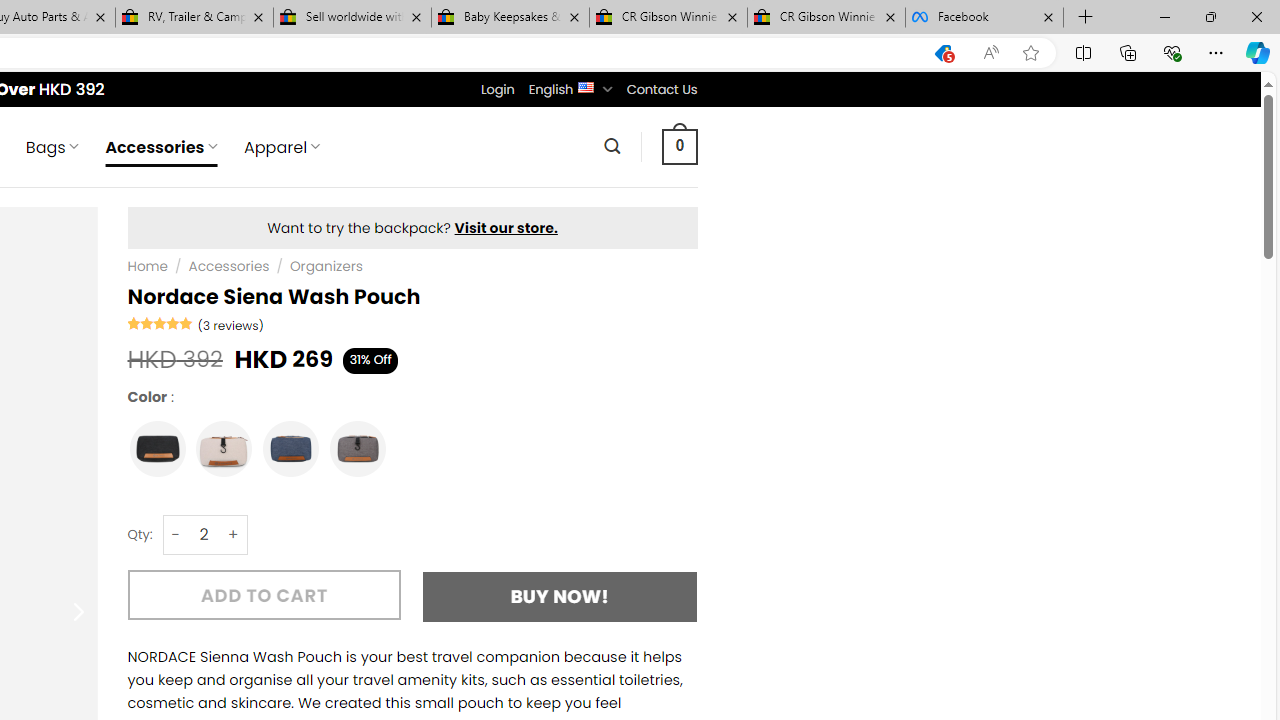  What do you see at coordinates (1257, 51) in the screenshot?
I see `'Copilot (Ctrl+Shift+.)'` at bounding box center [1257, 51].